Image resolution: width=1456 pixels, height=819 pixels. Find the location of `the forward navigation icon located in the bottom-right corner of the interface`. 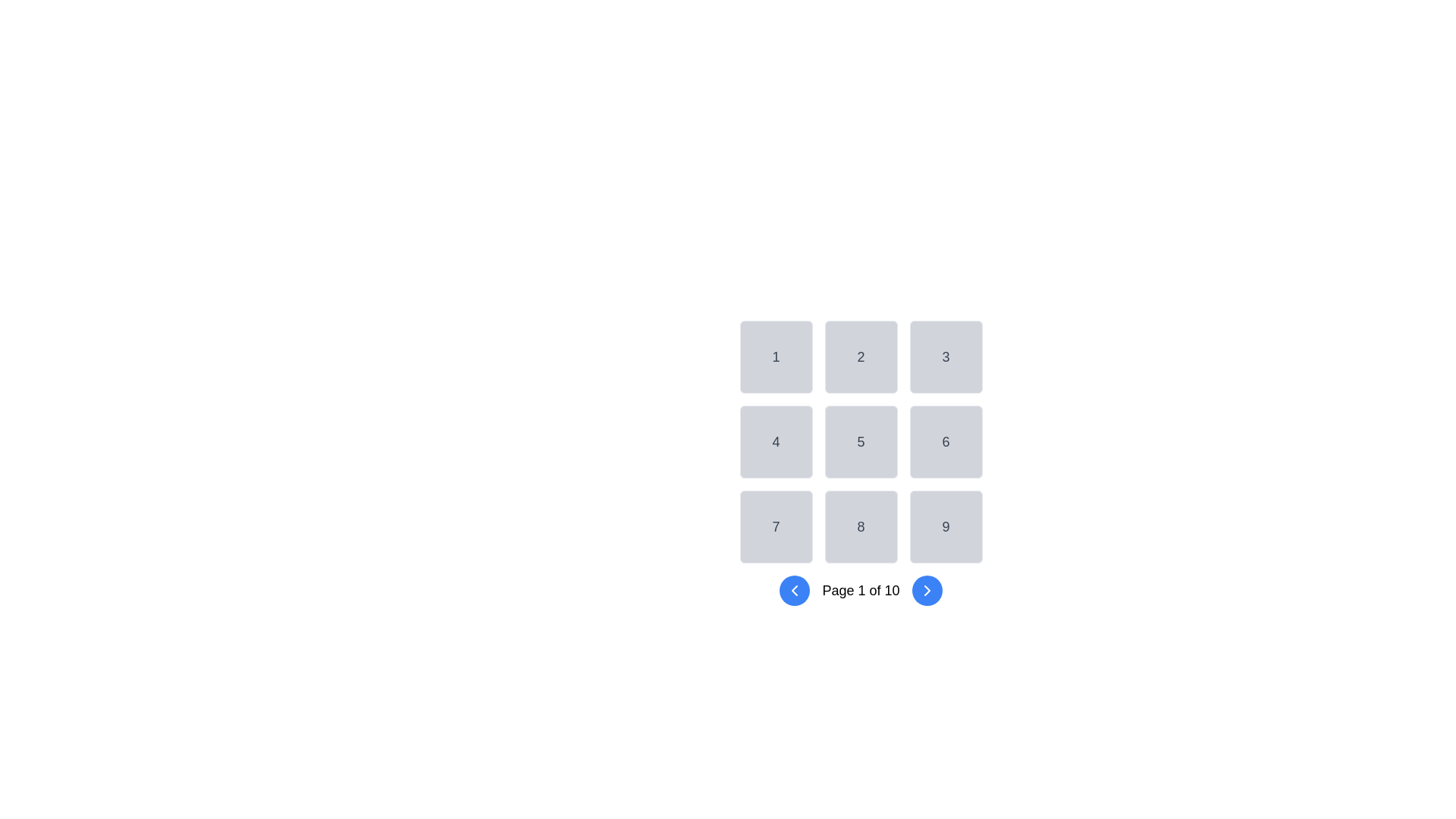

the forward navigation icon located in the bottom-right corner of the interface is located at coordinates (926, 590).